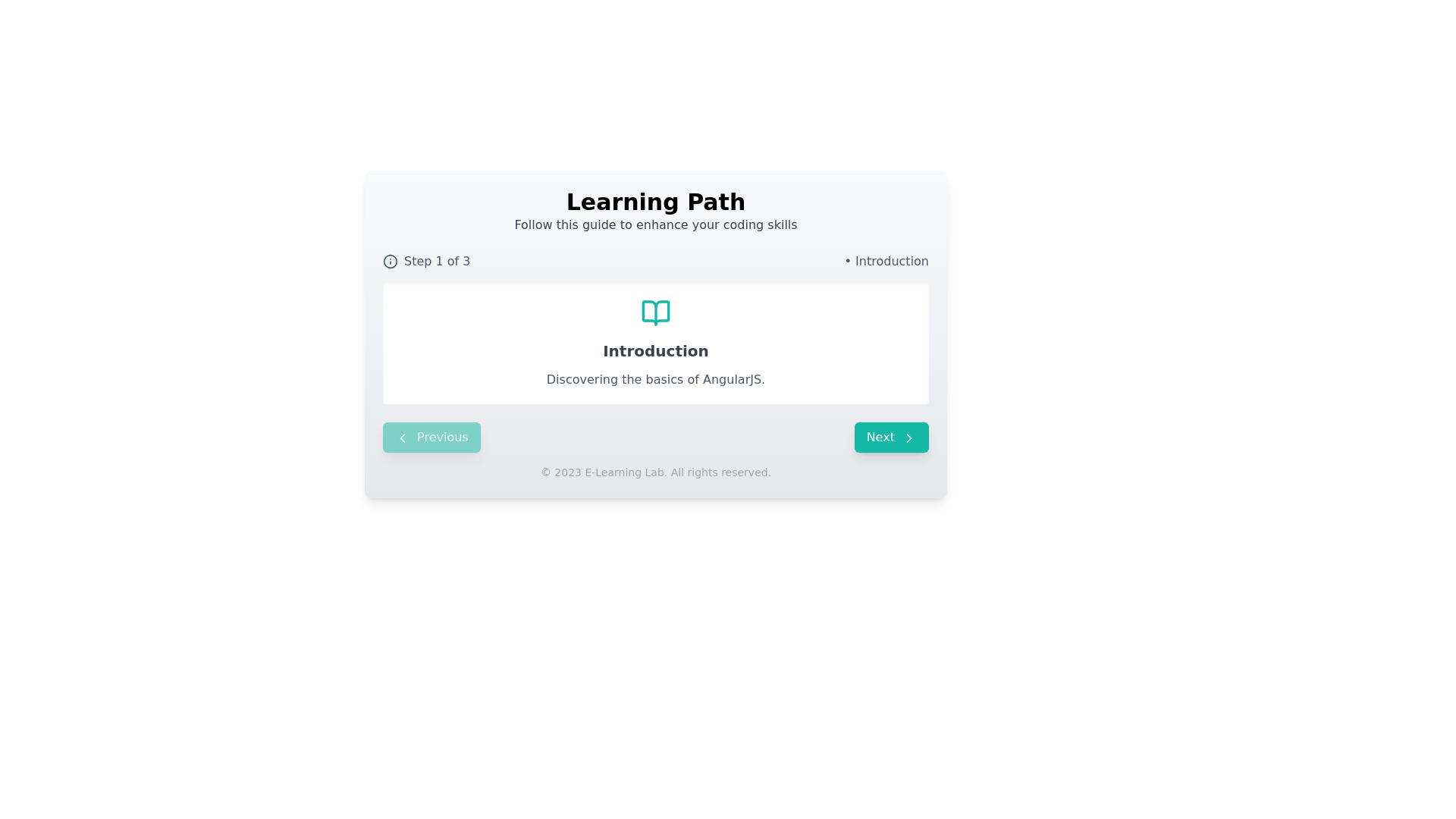 This screenshot has height=819, width=1456. I want to click on the rounded teal button labeled 'Next' with a right-pointing arrow icon to trigger the hover effect state, so click(891, 438).